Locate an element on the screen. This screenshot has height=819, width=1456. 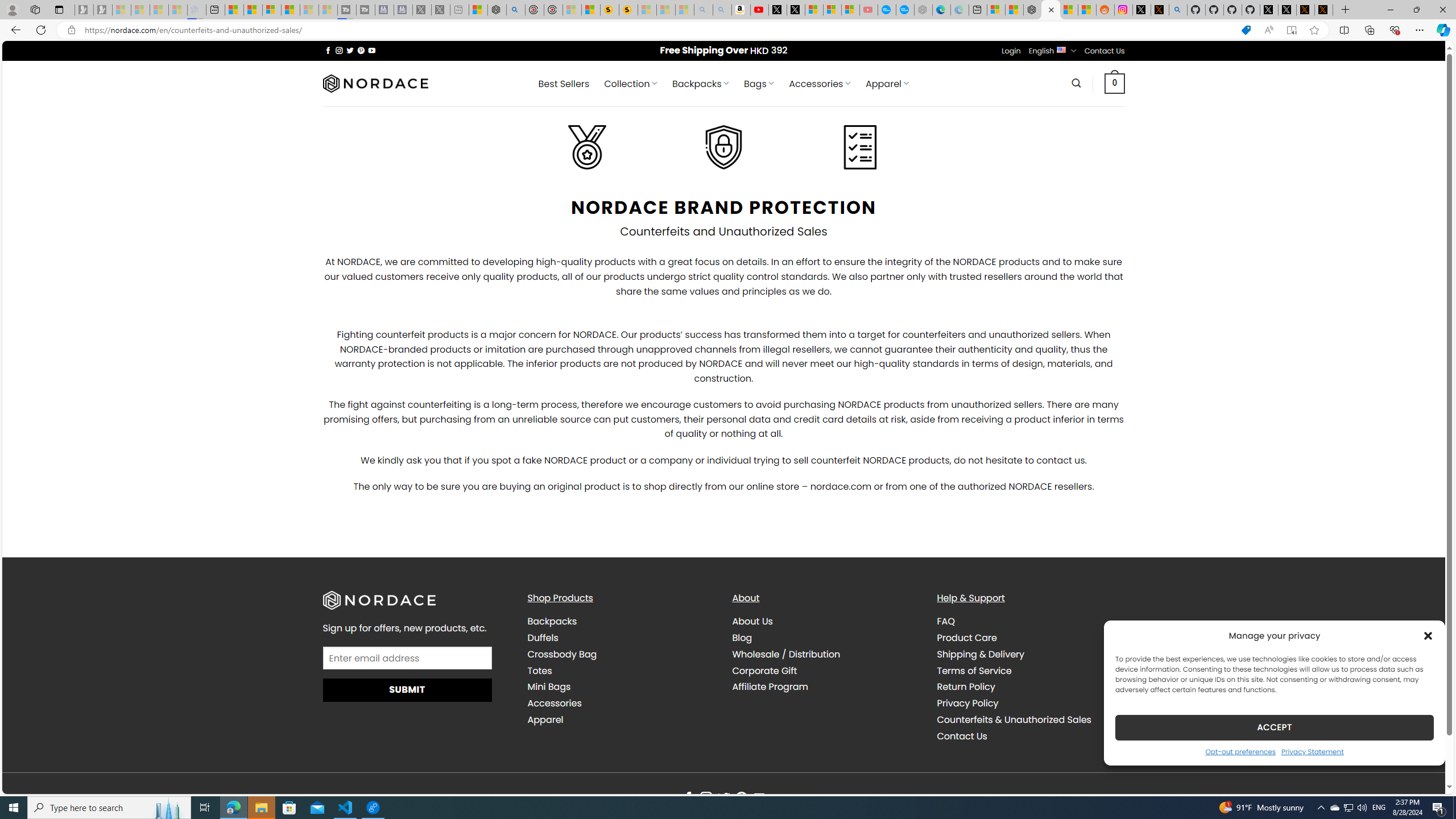
'Totes' is located at coordinates (539, 669).